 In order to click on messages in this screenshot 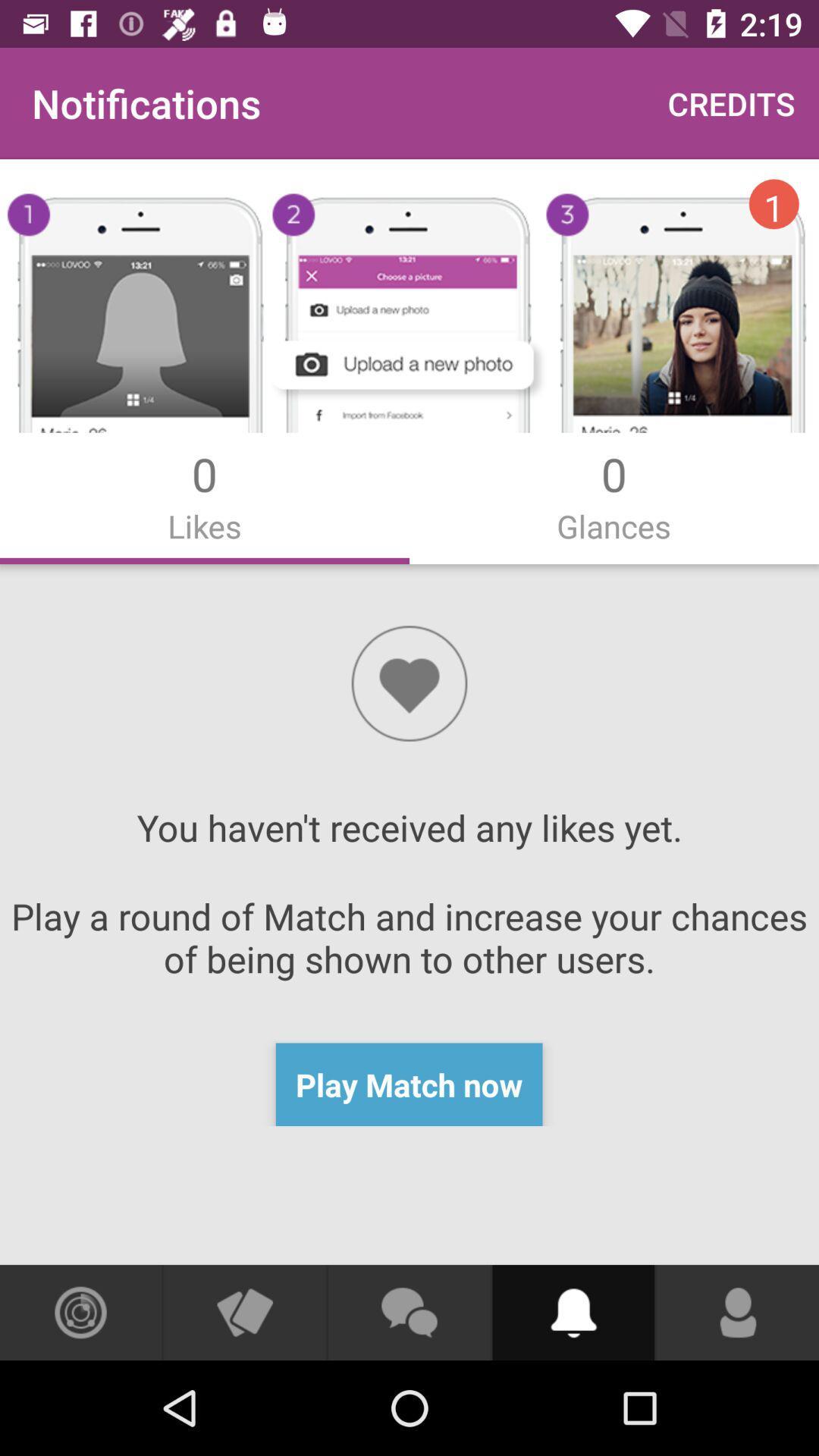, I will do `click(408, 1312)`.